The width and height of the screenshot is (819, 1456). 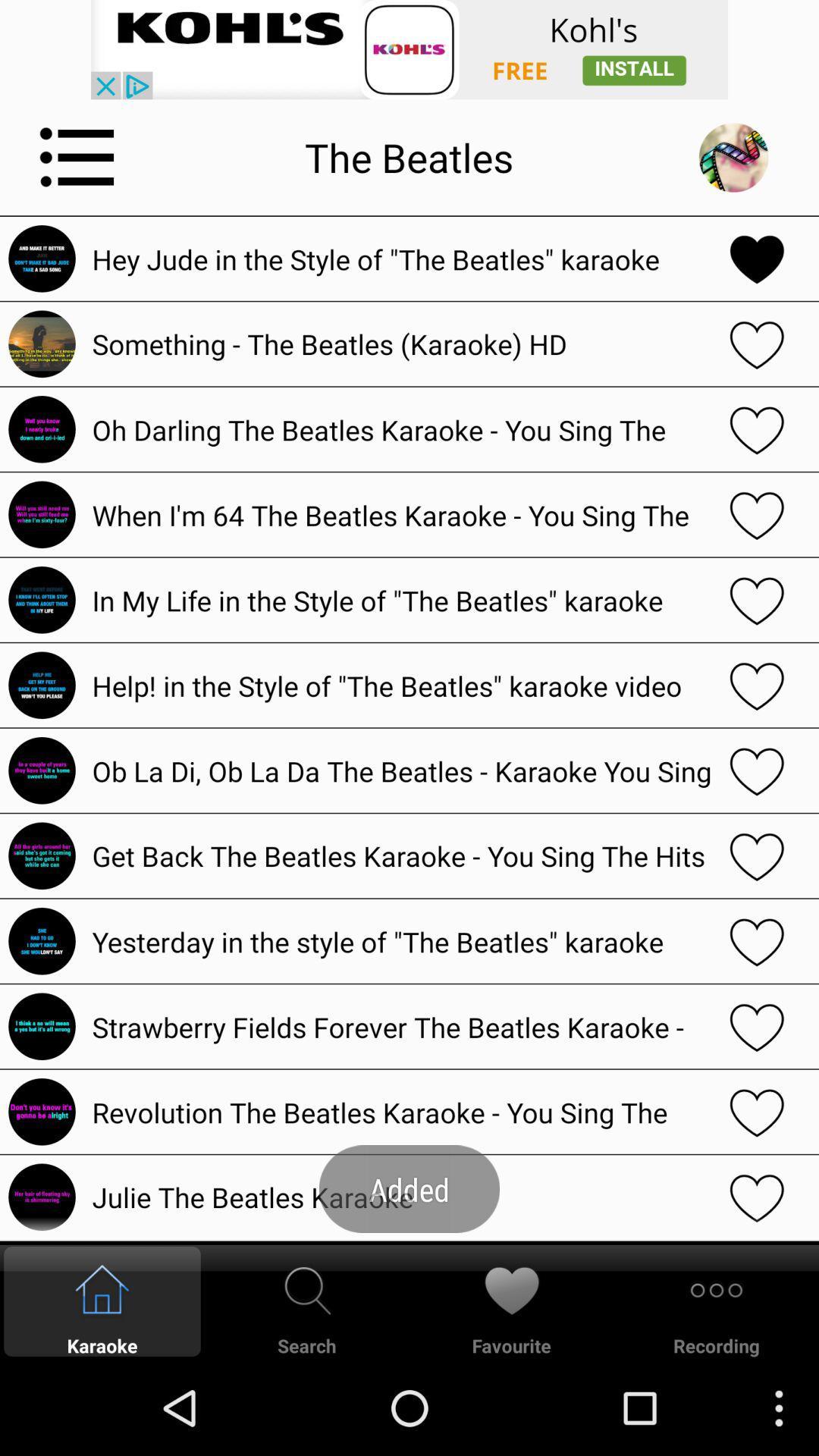 What do you see at coordinates (757, 428) in the screenshot?
I see `to favourites` at bounding box center [757, 428].